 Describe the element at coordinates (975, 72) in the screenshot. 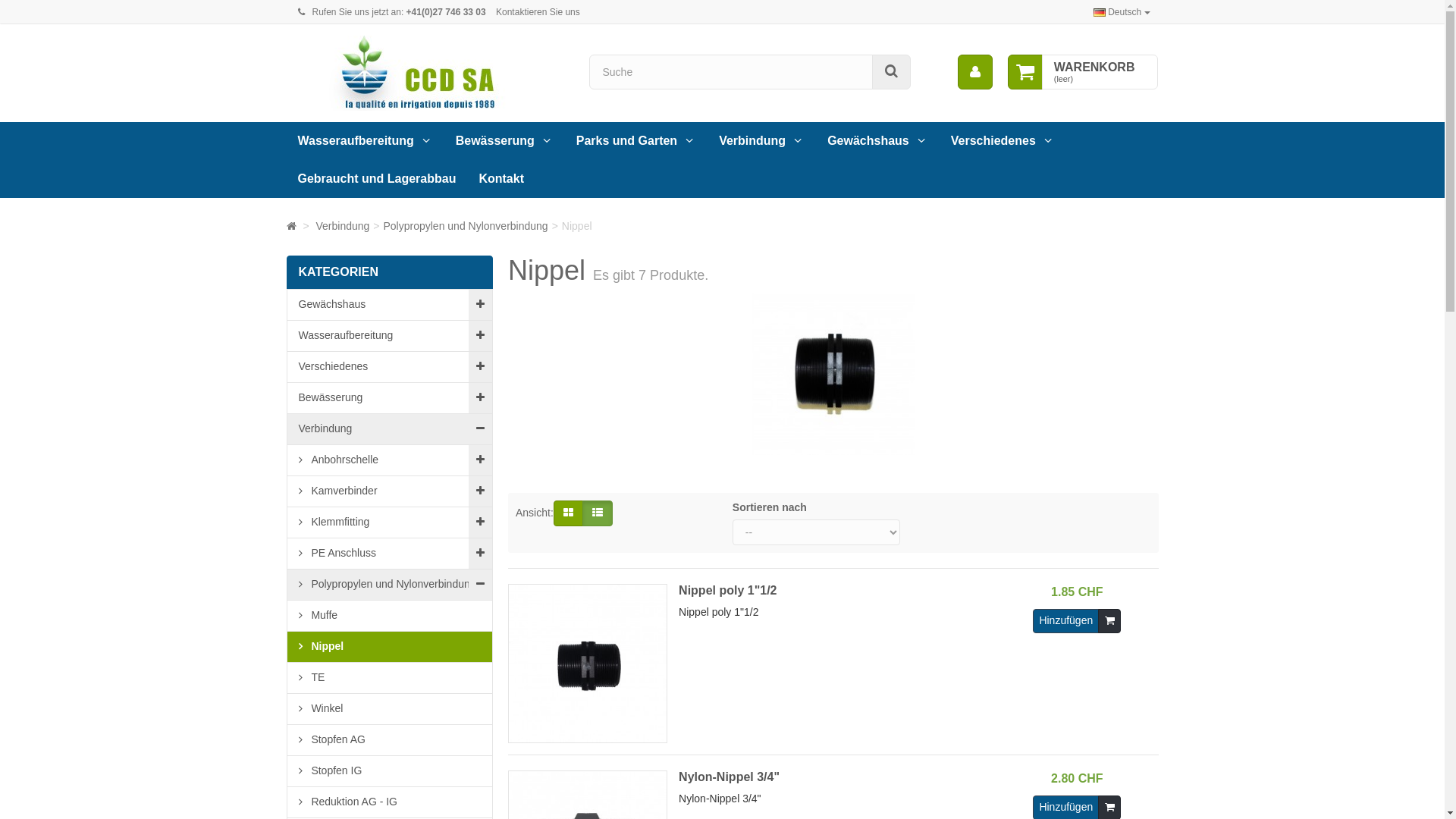

I see `'Mein Konto'` at that location.